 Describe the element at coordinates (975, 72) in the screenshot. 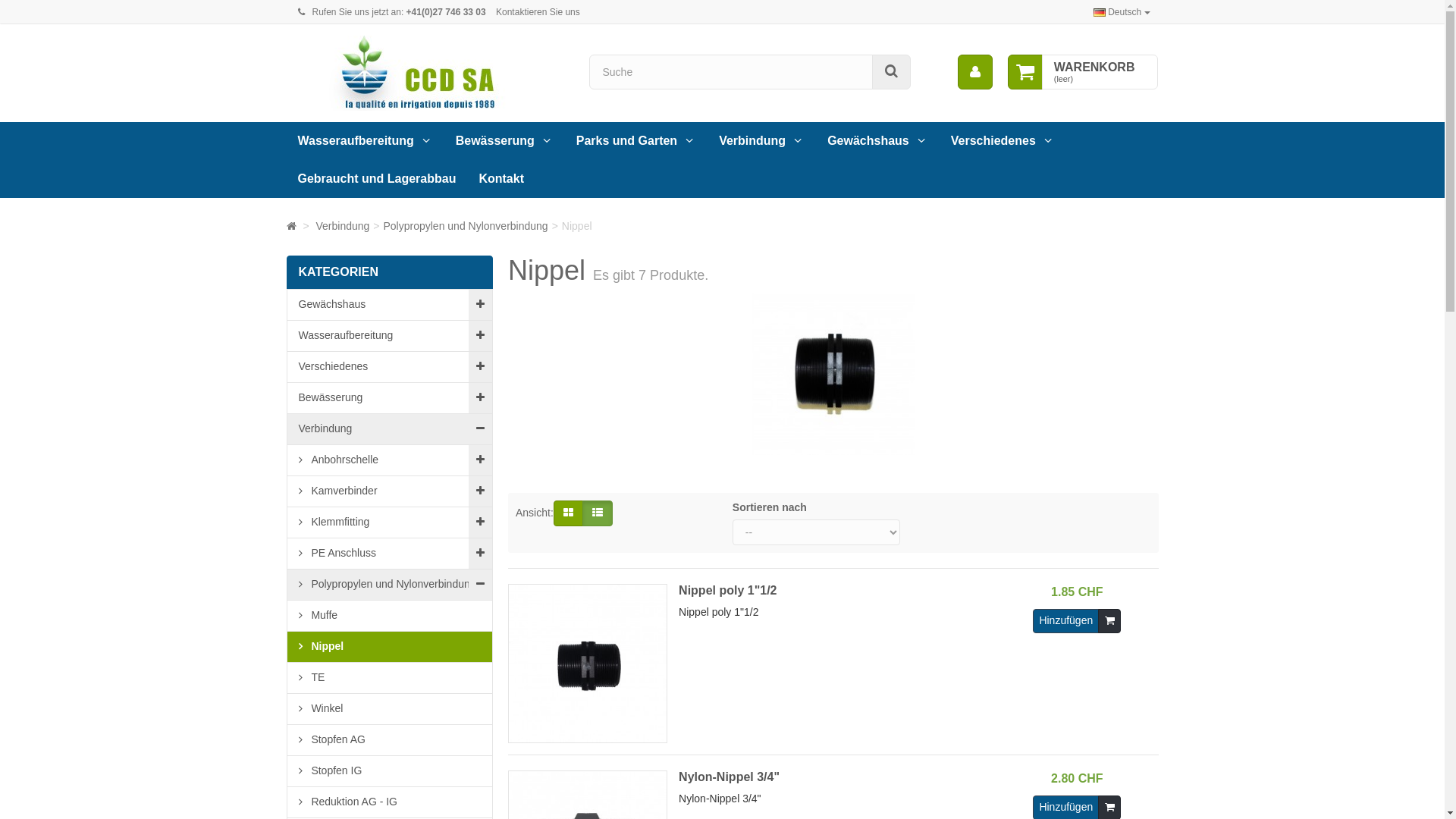

I see `'Mein Konto'` at that location.